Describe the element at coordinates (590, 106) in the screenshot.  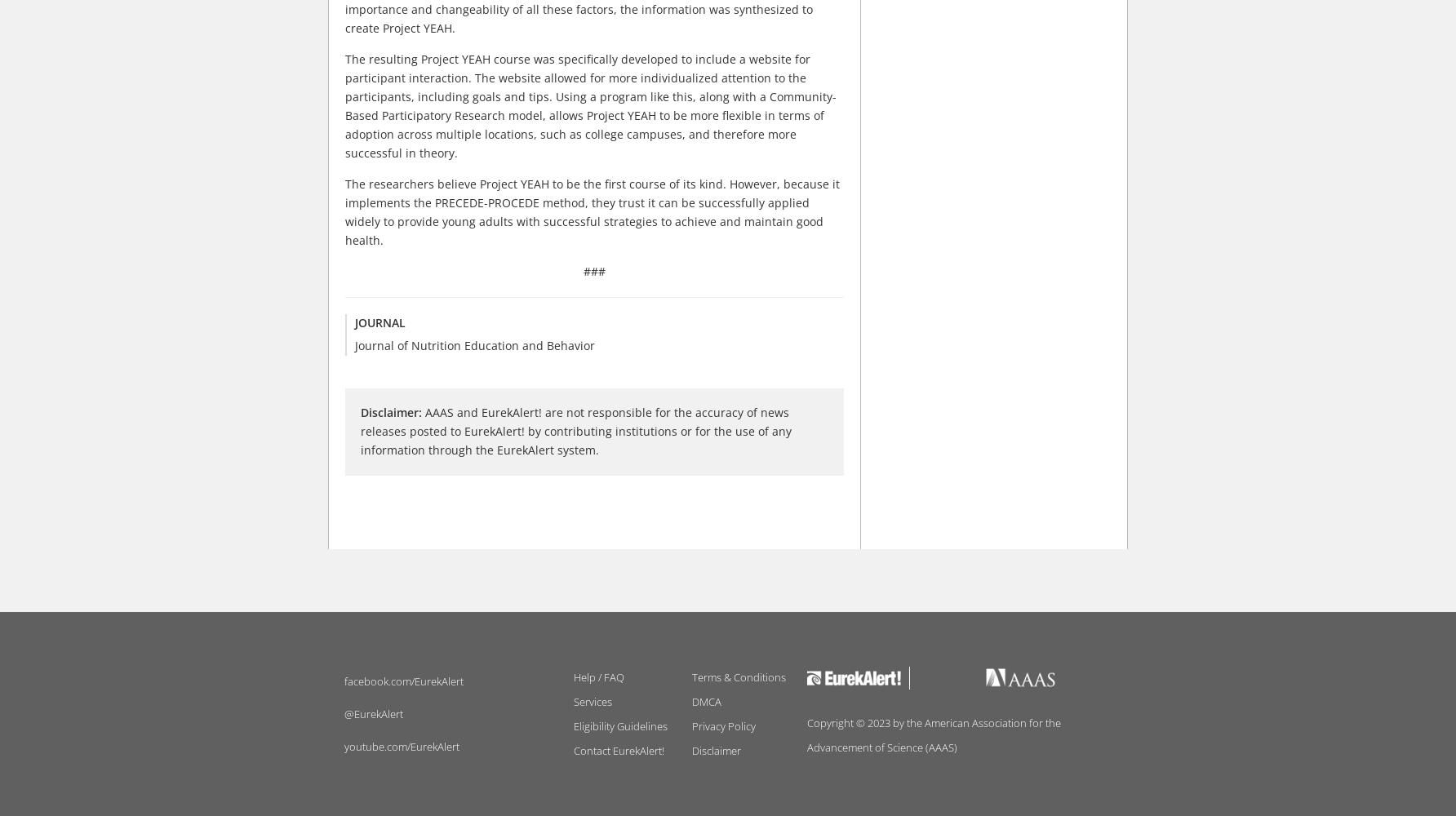
I see `'The resulting Project YEAH course was specifically developed to include a website for participant interaction. The website allowed for more individualized attention to the participants, including goals and tips. Using a program like this, along with a Community-Based Participatory Research model, allows Project YEAH to be more flexible in terms of adoption across multiple locations, such as college campuses, and therefore more successful in theory.'` at that location.